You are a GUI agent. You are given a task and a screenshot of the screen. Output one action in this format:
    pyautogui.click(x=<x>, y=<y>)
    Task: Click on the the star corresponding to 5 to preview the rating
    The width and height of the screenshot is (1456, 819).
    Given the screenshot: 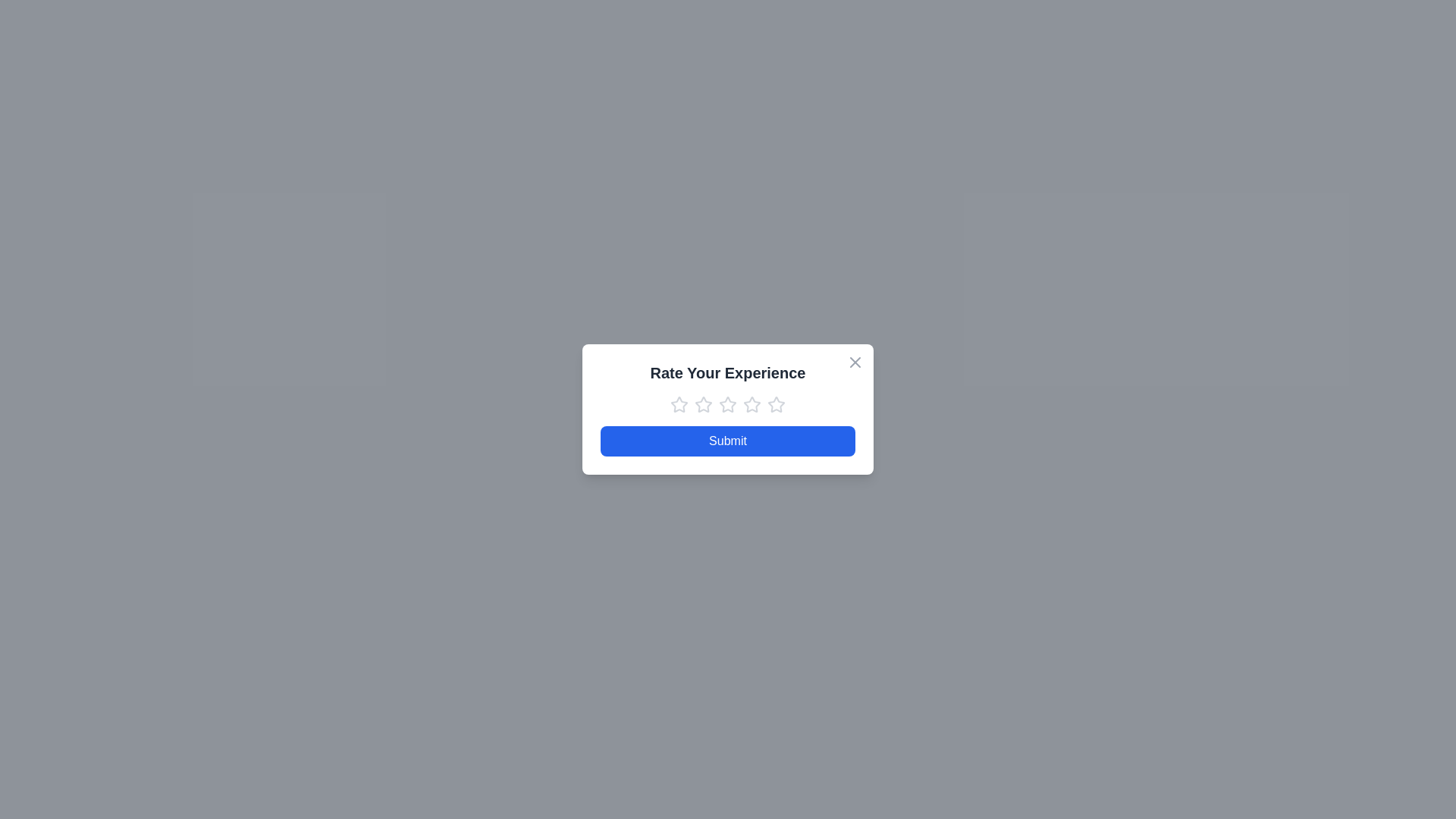 What is the action you would take?
    pyautogui.click(x=776, y=403)
    